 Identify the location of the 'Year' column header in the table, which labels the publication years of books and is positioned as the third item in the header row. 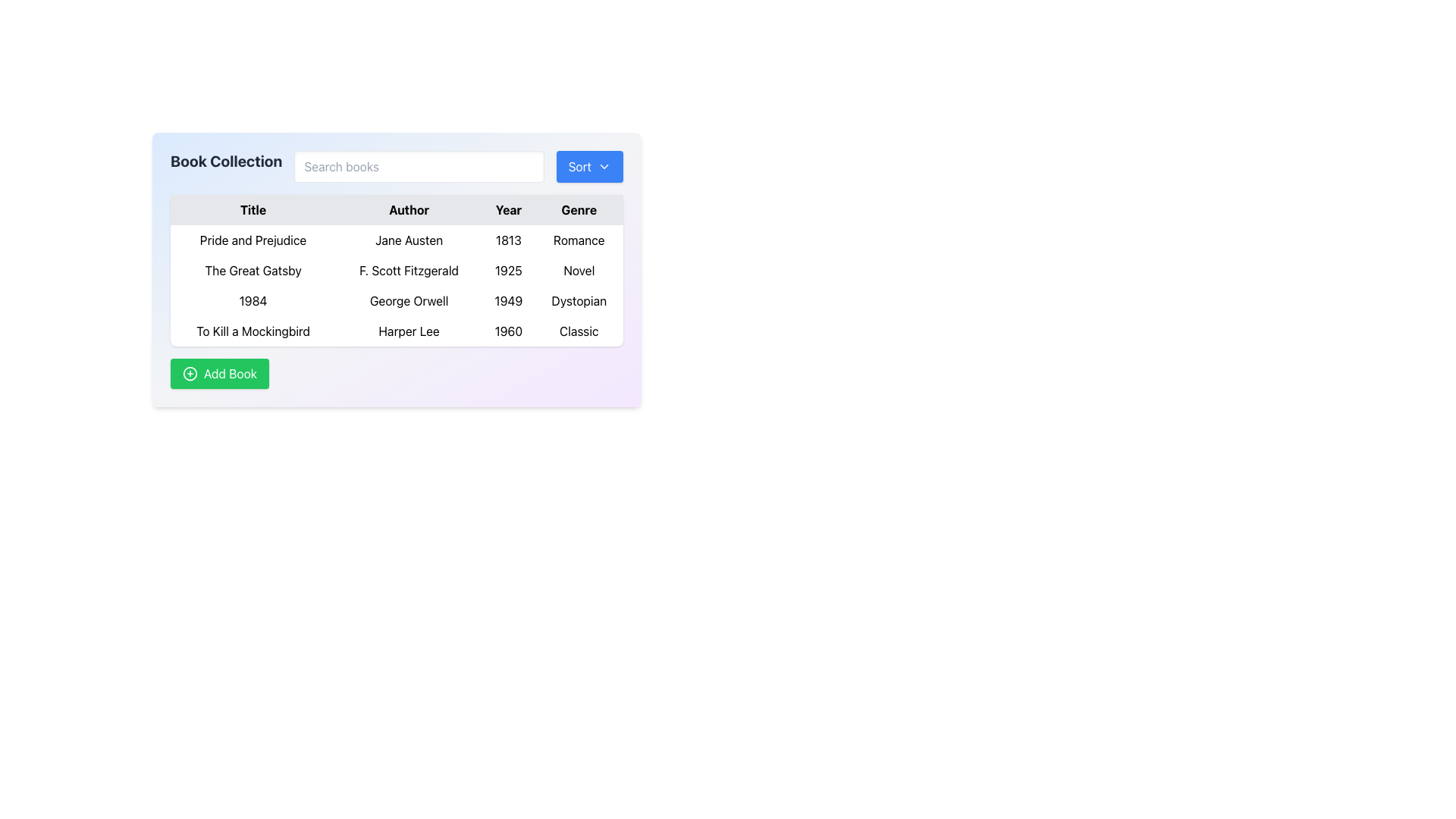
(508, 210).